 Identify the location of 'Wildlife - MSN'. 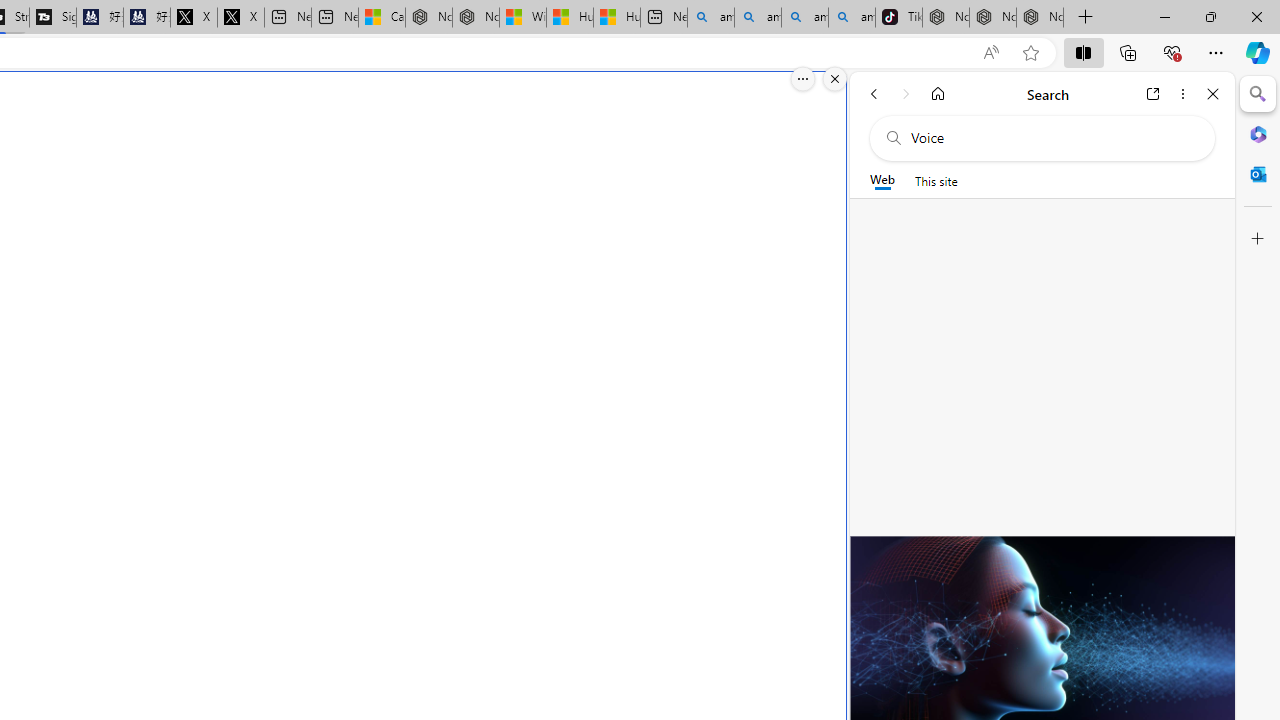
(523, 17).